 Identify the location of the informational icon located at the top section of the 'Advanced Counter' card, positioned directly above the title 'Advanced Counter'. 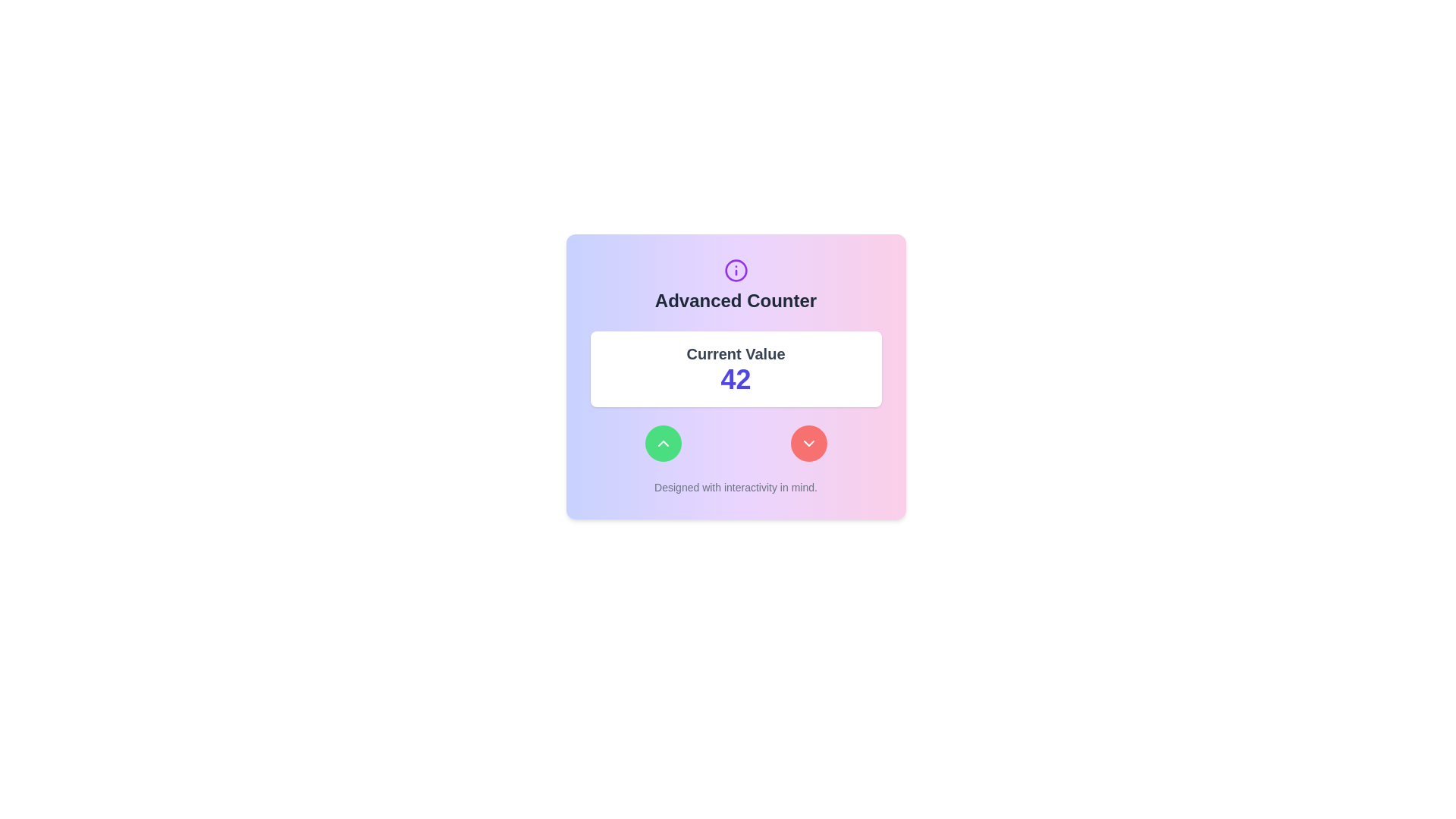
(736, 270).